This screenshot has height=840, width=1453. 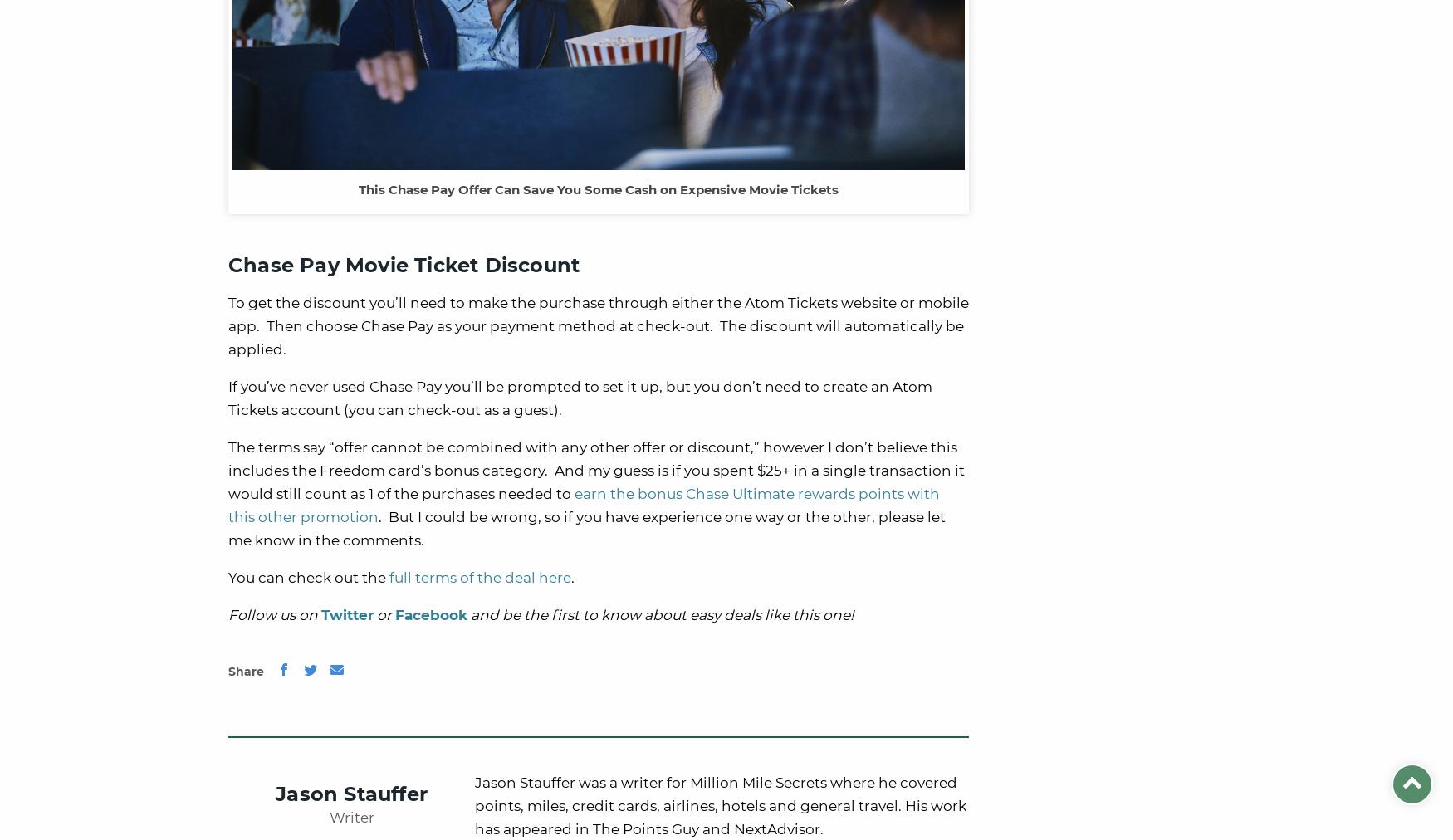 I want to click on 'Share', so click(x=245, y=670).